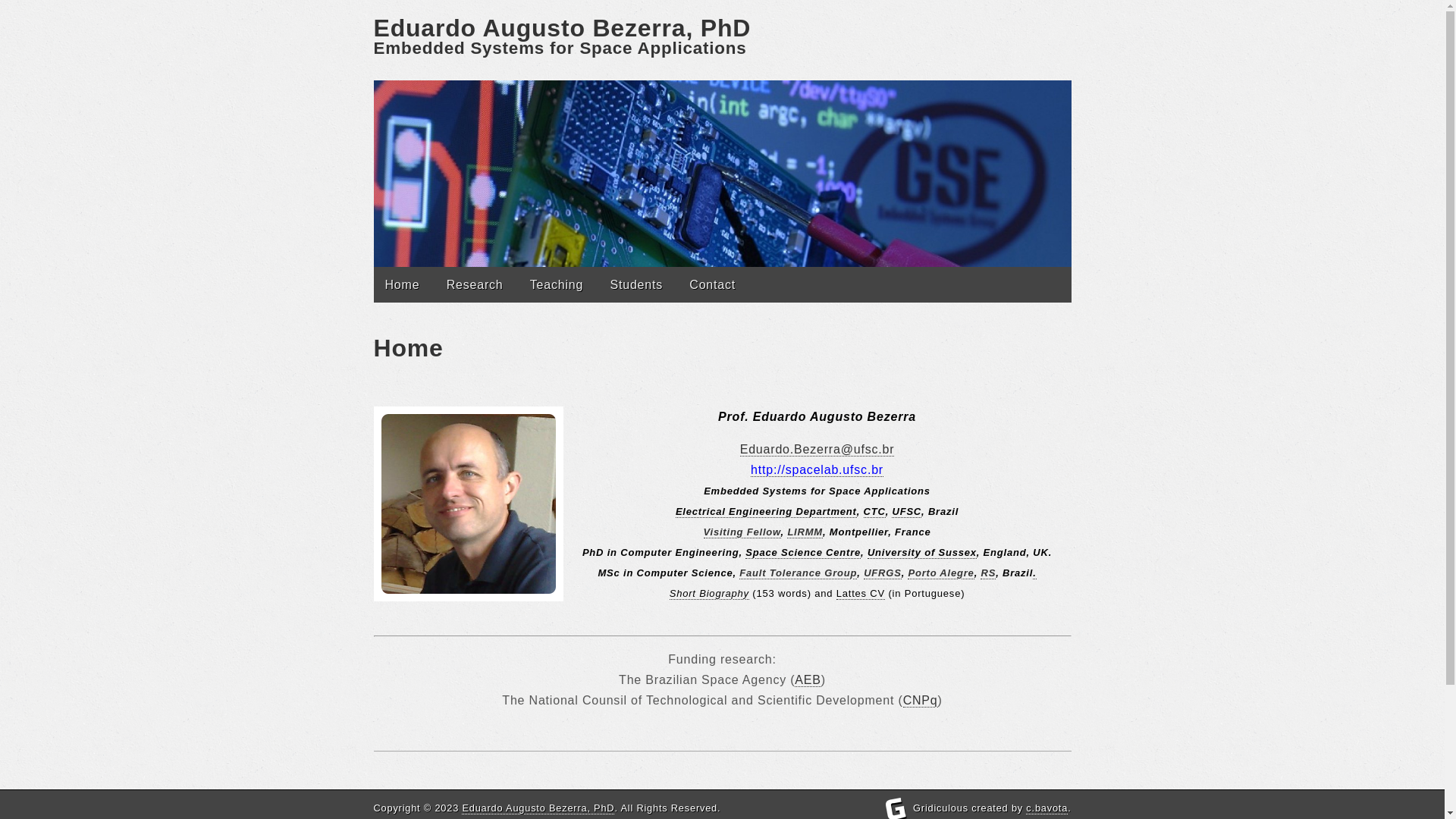 The width and height of the screenshot is (1456, 819). Describe the element at coordinates (702, 532) in the screenshot. I see `'Visiting Fellow'` at that location.